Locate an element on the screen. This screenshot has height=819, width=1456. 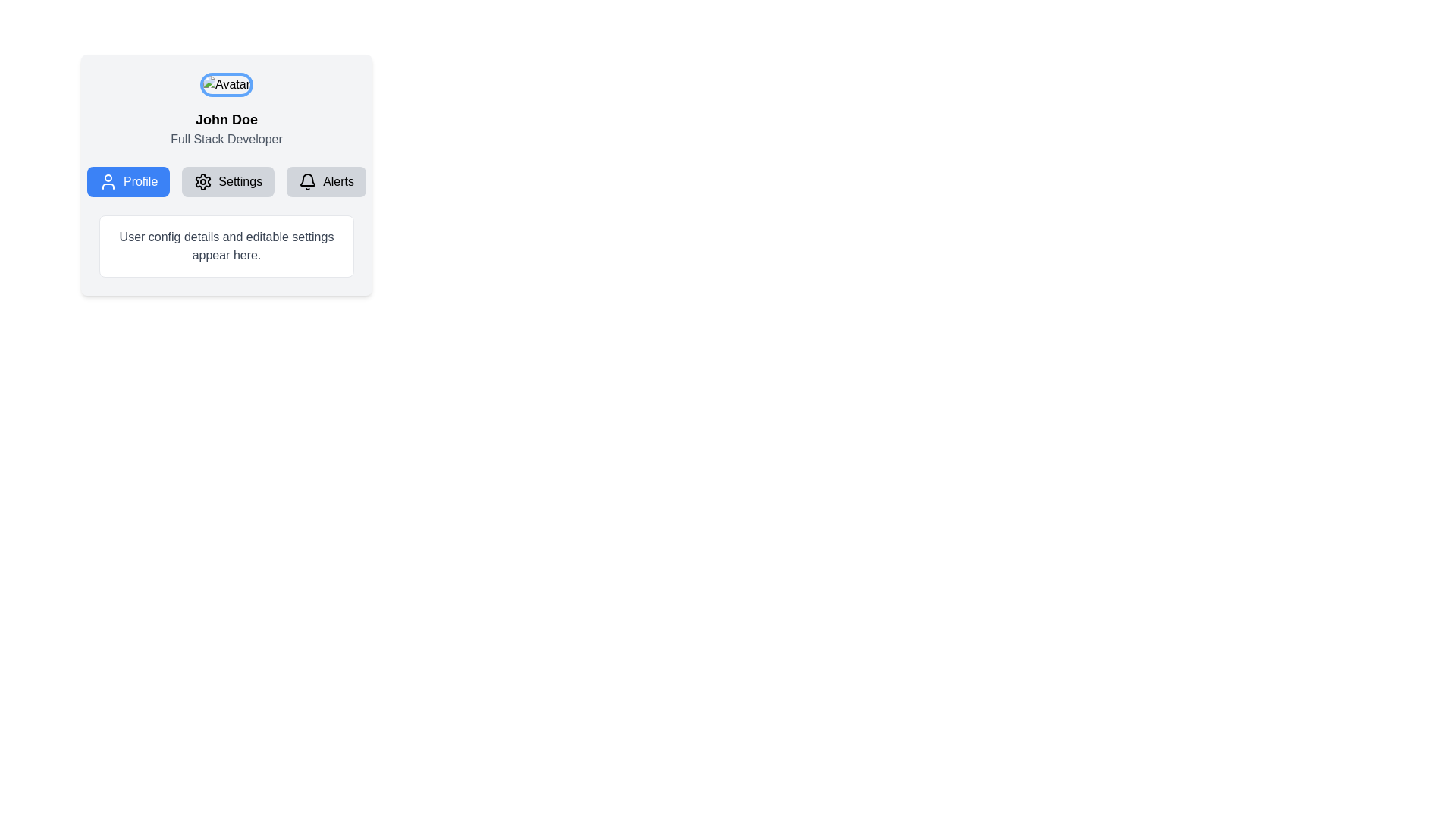
the third button in a horizontal sequence of three buttons is located at coordinates (325, 180).